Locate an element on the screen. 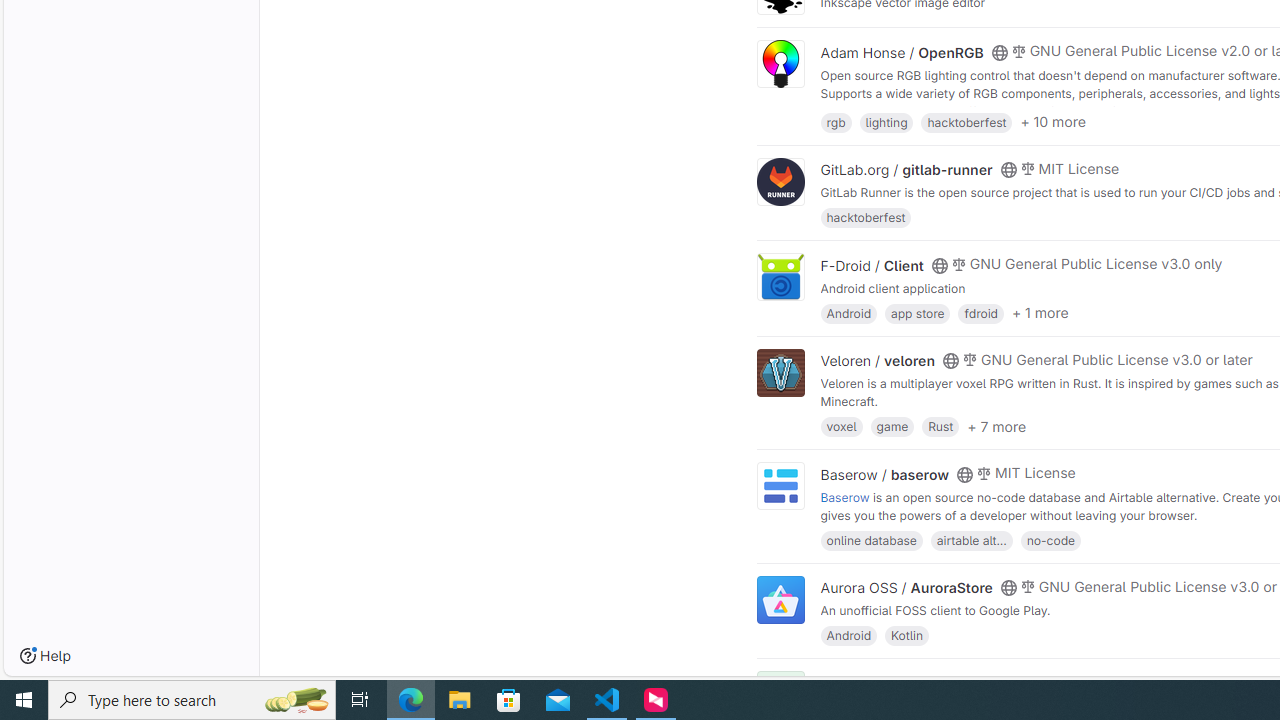 This screenshot has height=720, width=1280. 'Aurora OSS / AuroraStore' is located at coordinates (905, 586).